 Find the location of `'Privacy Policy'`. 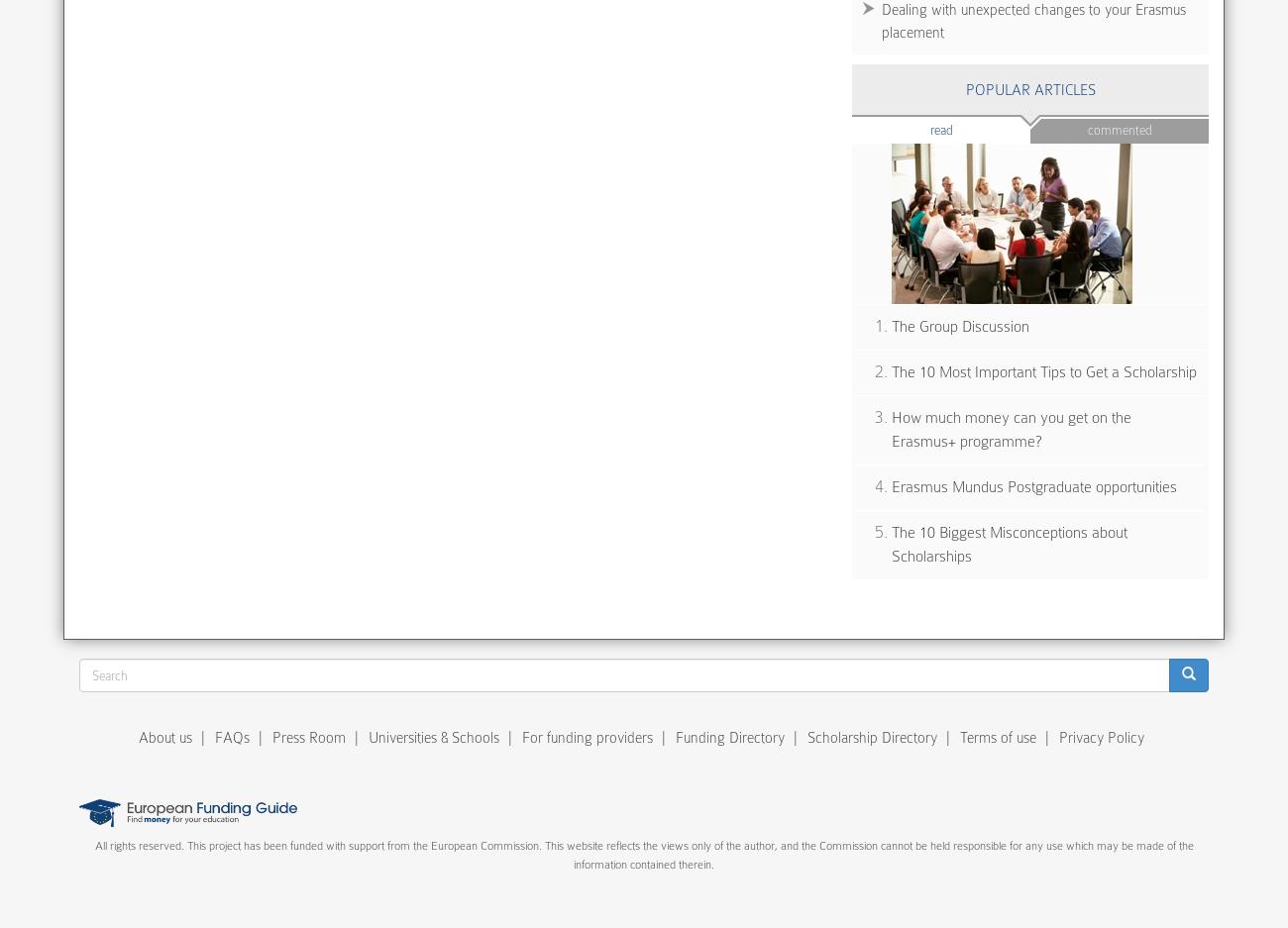

'Privacy Policy' is located at coordinates (1101, 737).